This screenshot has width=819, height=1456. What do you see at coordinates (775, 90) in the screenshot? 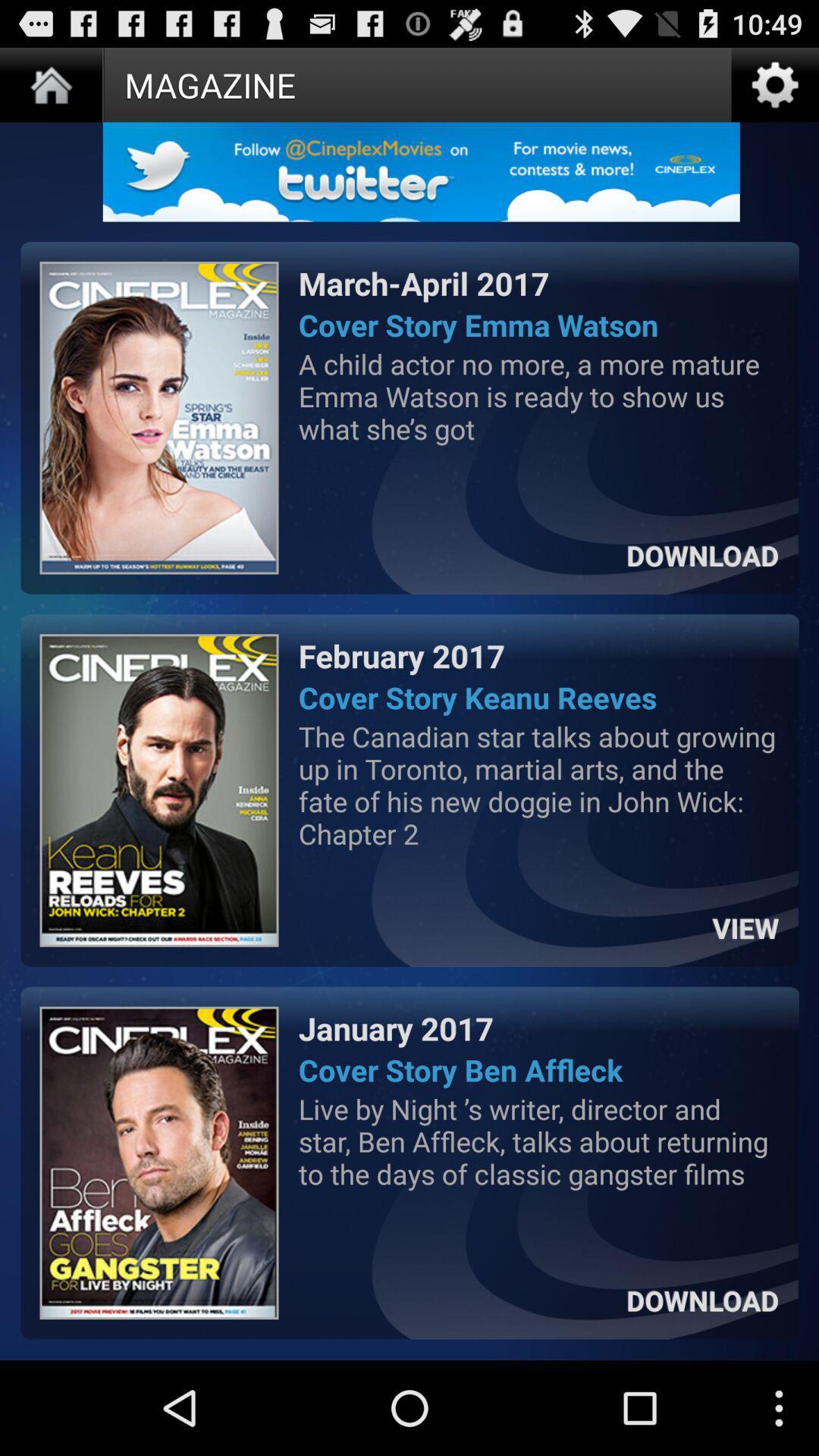
I see `the settings icon` at bounding box center [775, 90].